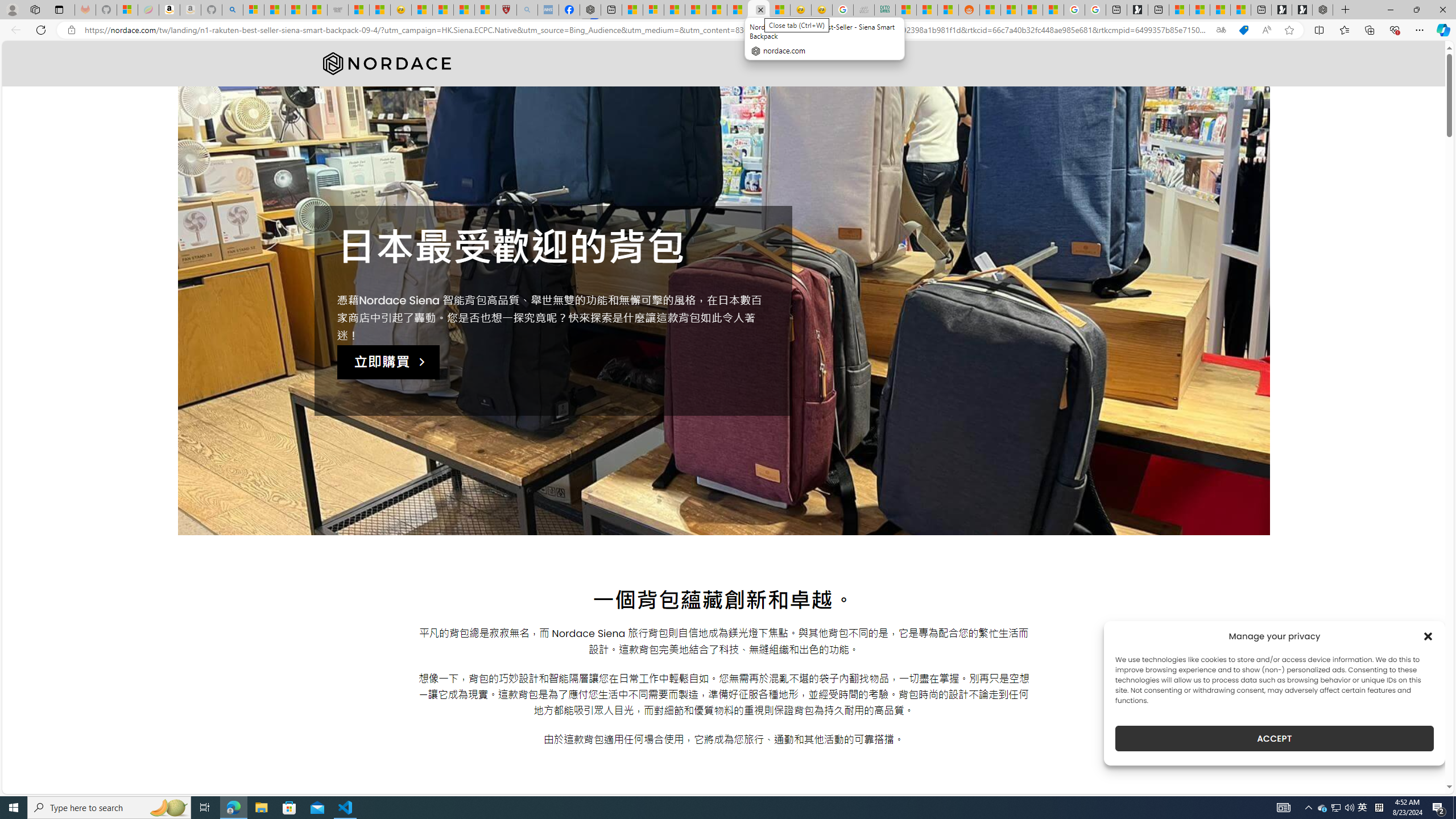 The image size is (1456, 819). Describe the element at coordinates (40, 29) in the screenshot. I see `'Refresh'` at that location.